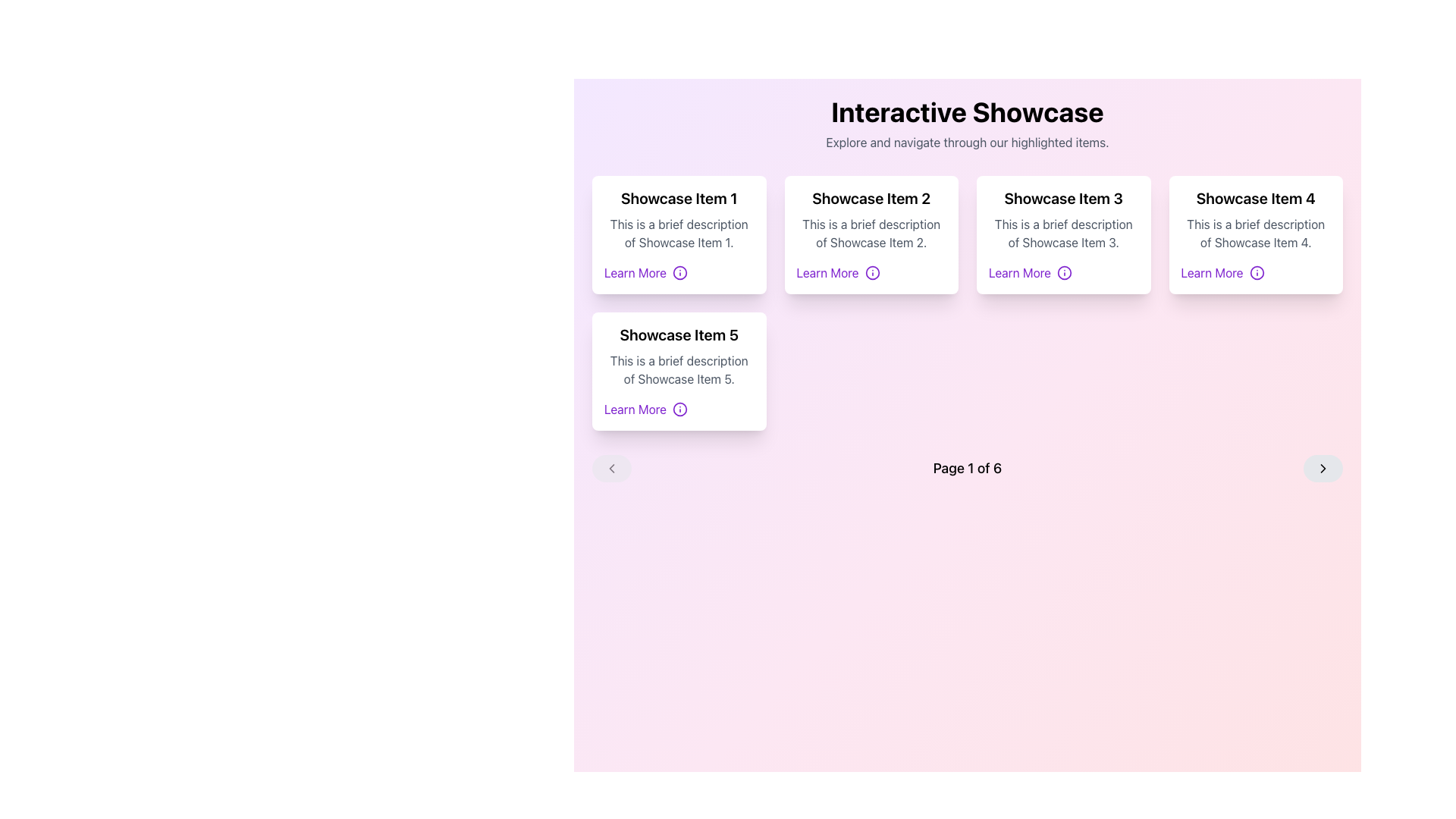  What do you see at coordinates (1064, 271) in the screenshot?
I see `the visual representation of the information icon located near the 'Learn More' button under 'Showcase Item 3'` at bounding box center [1064, 271].